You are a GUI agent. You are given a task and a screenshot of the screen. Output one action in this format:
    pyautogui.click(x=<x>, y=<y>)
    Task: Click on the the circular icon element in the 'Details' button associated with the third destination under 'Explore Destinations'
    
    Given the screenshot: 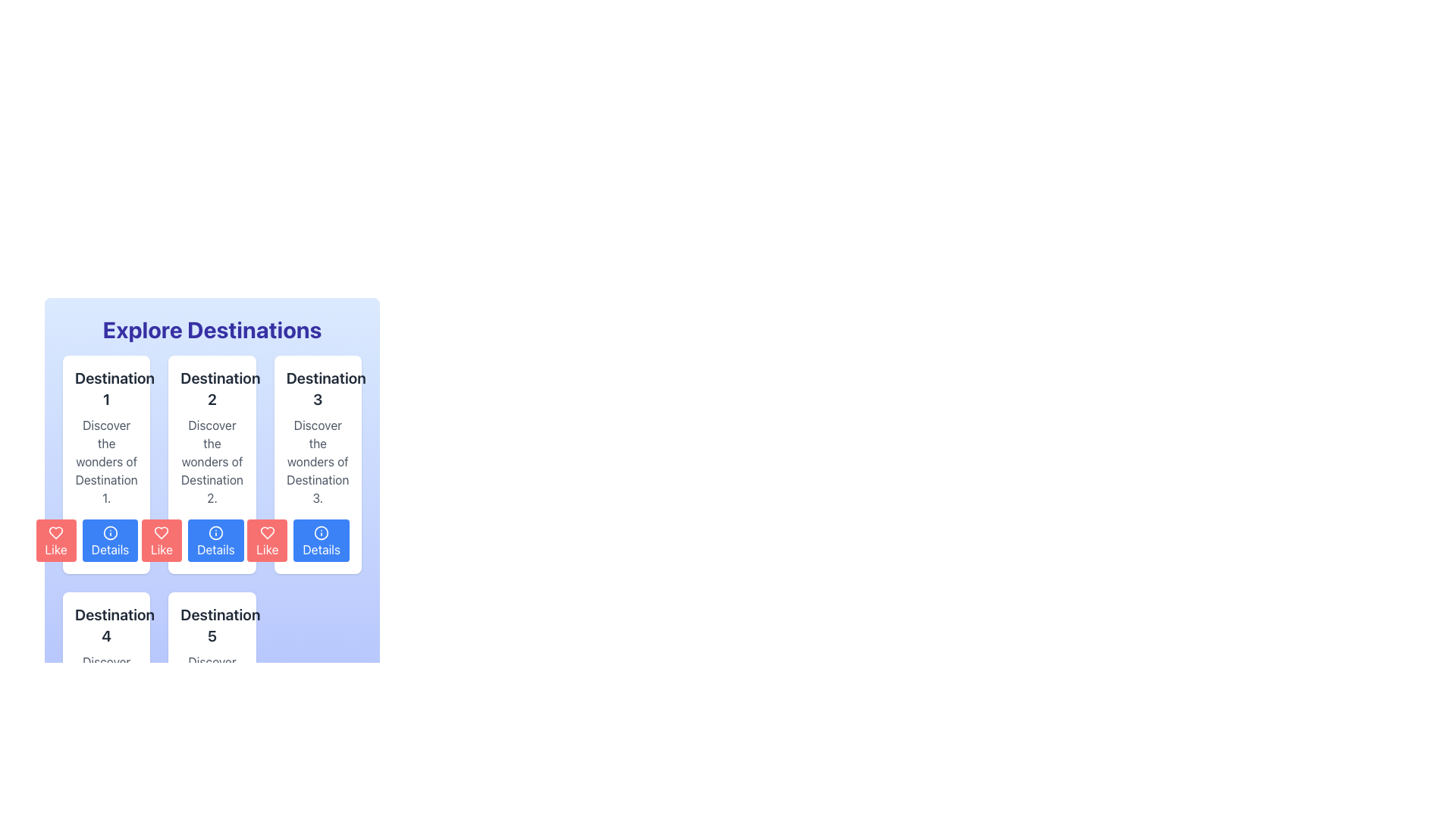 What is the action you would take?
    pyautogui.click(x=321, y=532)
    